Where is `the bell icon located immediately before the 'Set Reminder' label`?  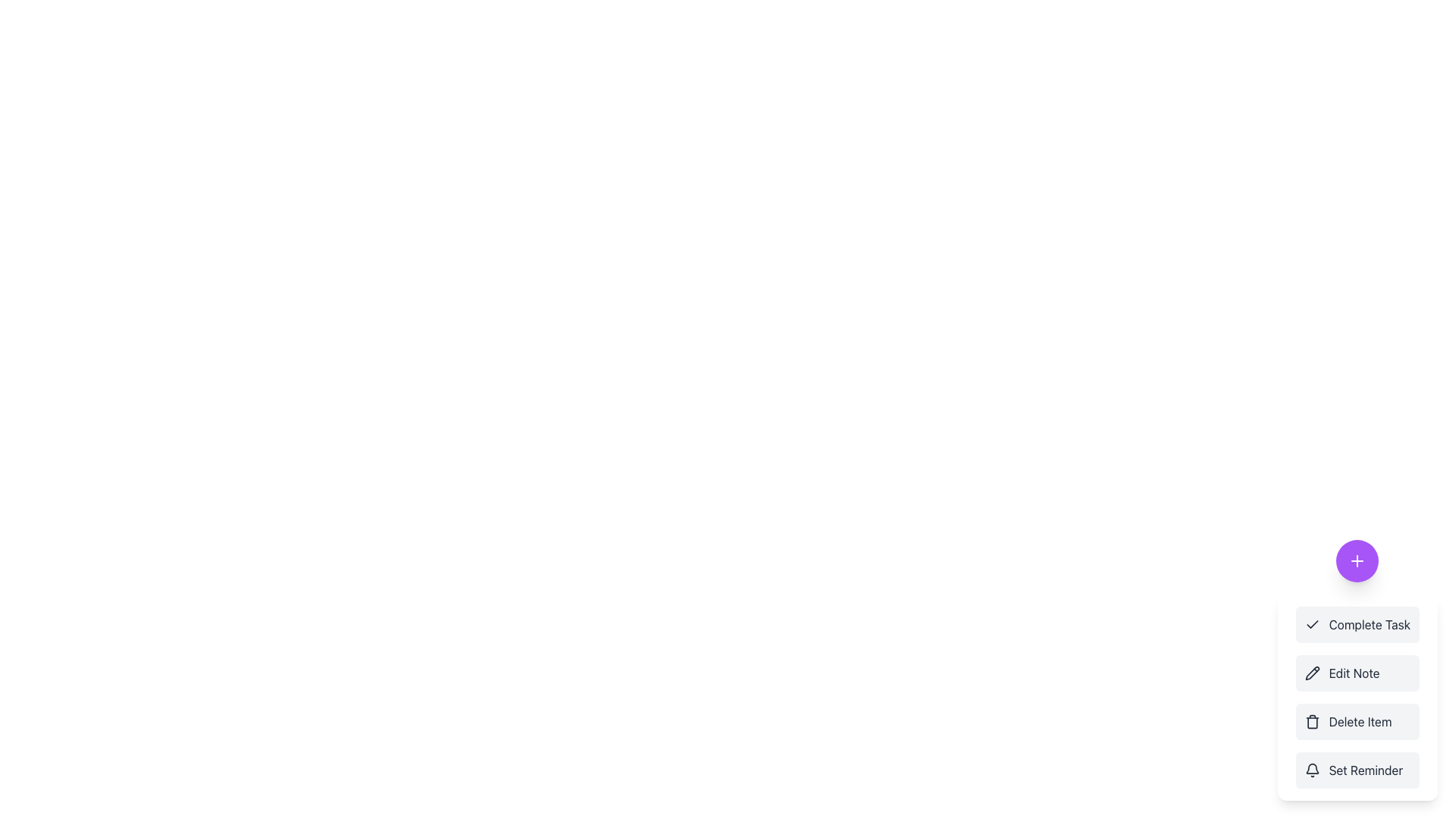 the bell icon located immediately before the 'Set Reminder' label is located at coordinates (1311, 770).